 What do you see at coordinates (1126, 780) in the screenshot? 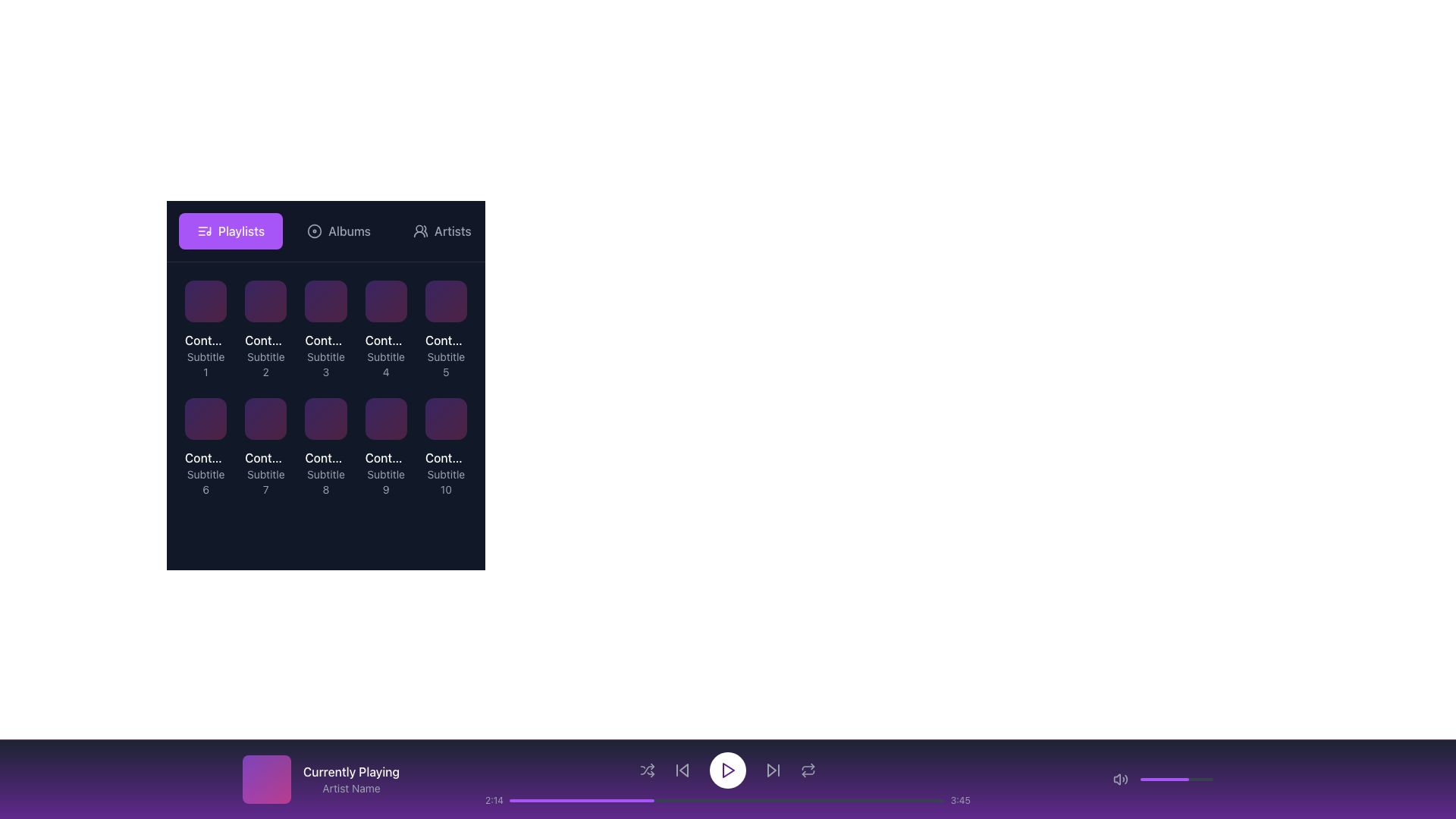
I see `third curve of the sound wave icon located in the bottom audio control bar on the right side using developer tools` at bounding box center [1126, 780].